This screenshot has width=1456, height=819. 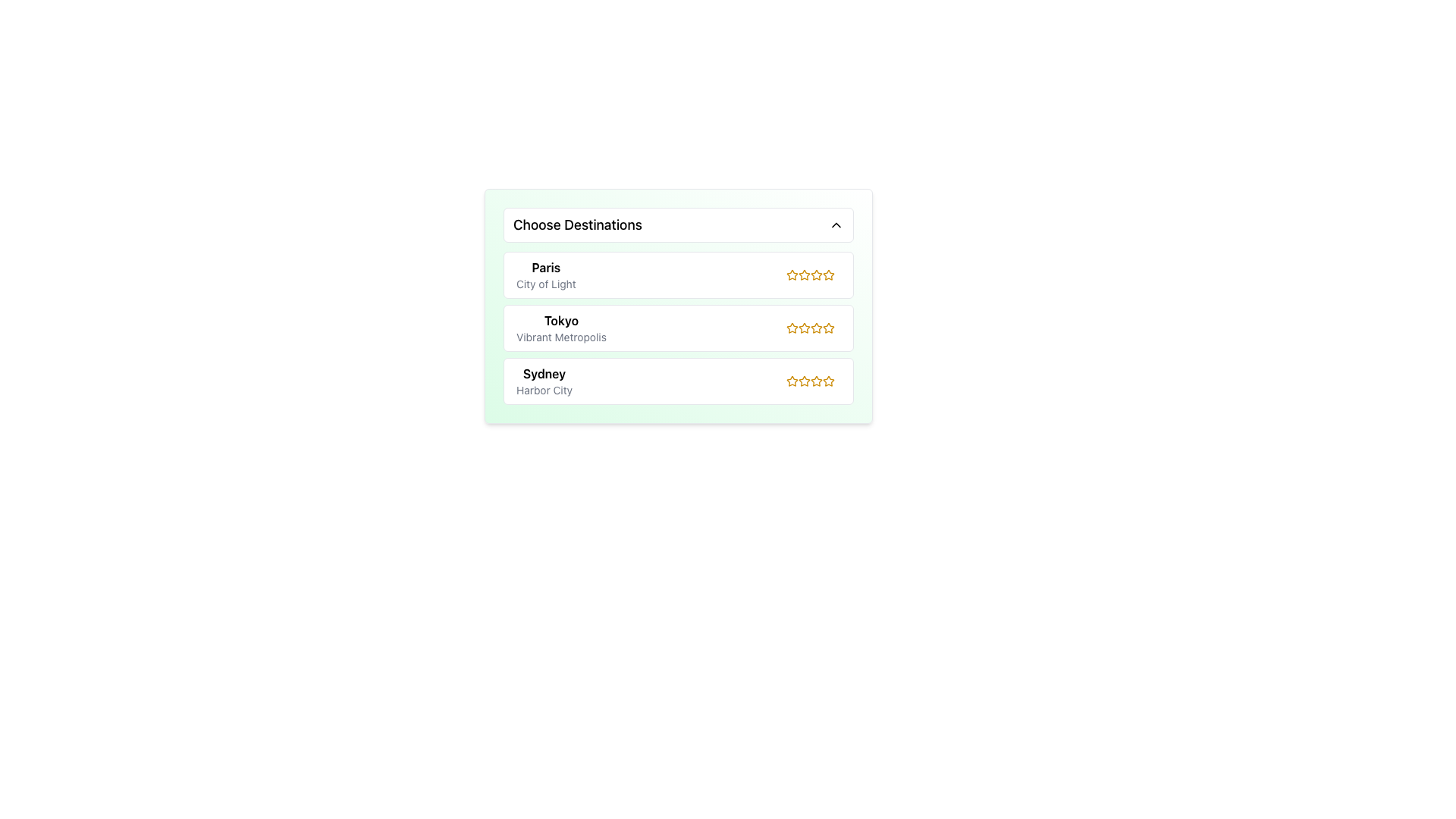 I want to click on the leftmost star icon in the rating system for 'Sydney', so click(x=792, y=380).